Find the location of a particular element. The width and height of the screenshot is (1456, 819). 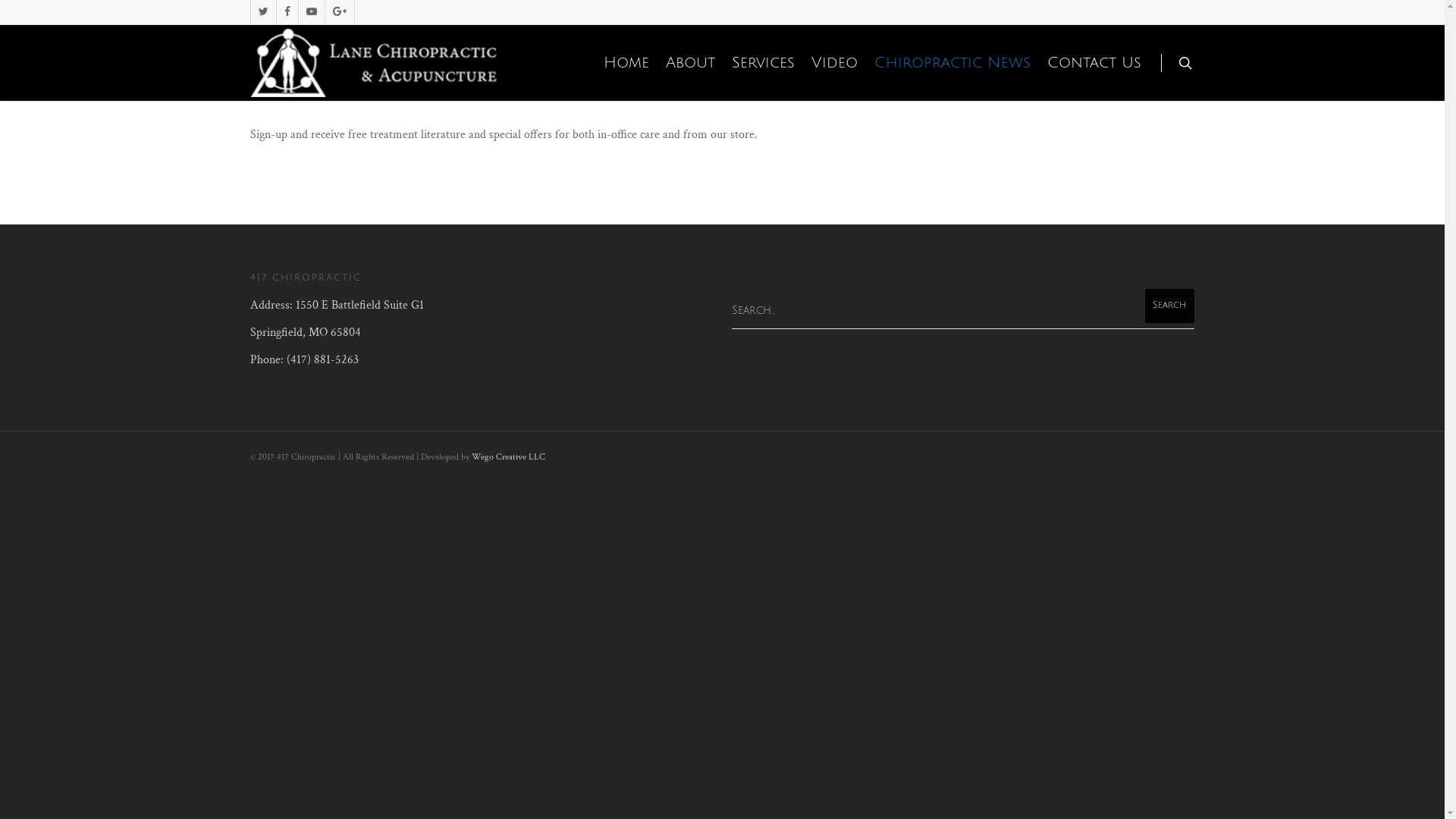

'Services' is located at coordinates (763, 64).